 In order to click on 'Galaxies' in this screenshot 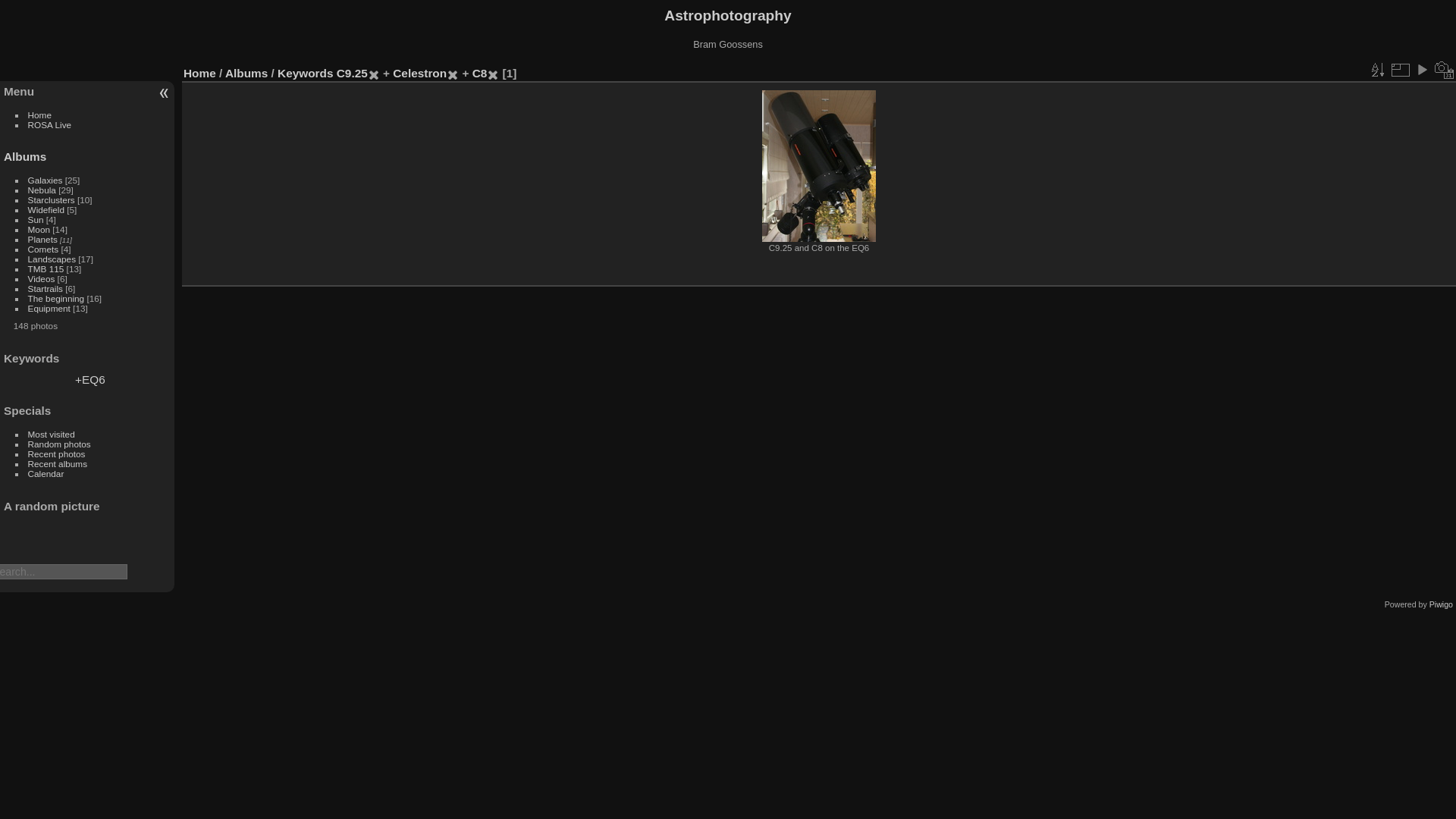, I will do `click(28, 179)`.